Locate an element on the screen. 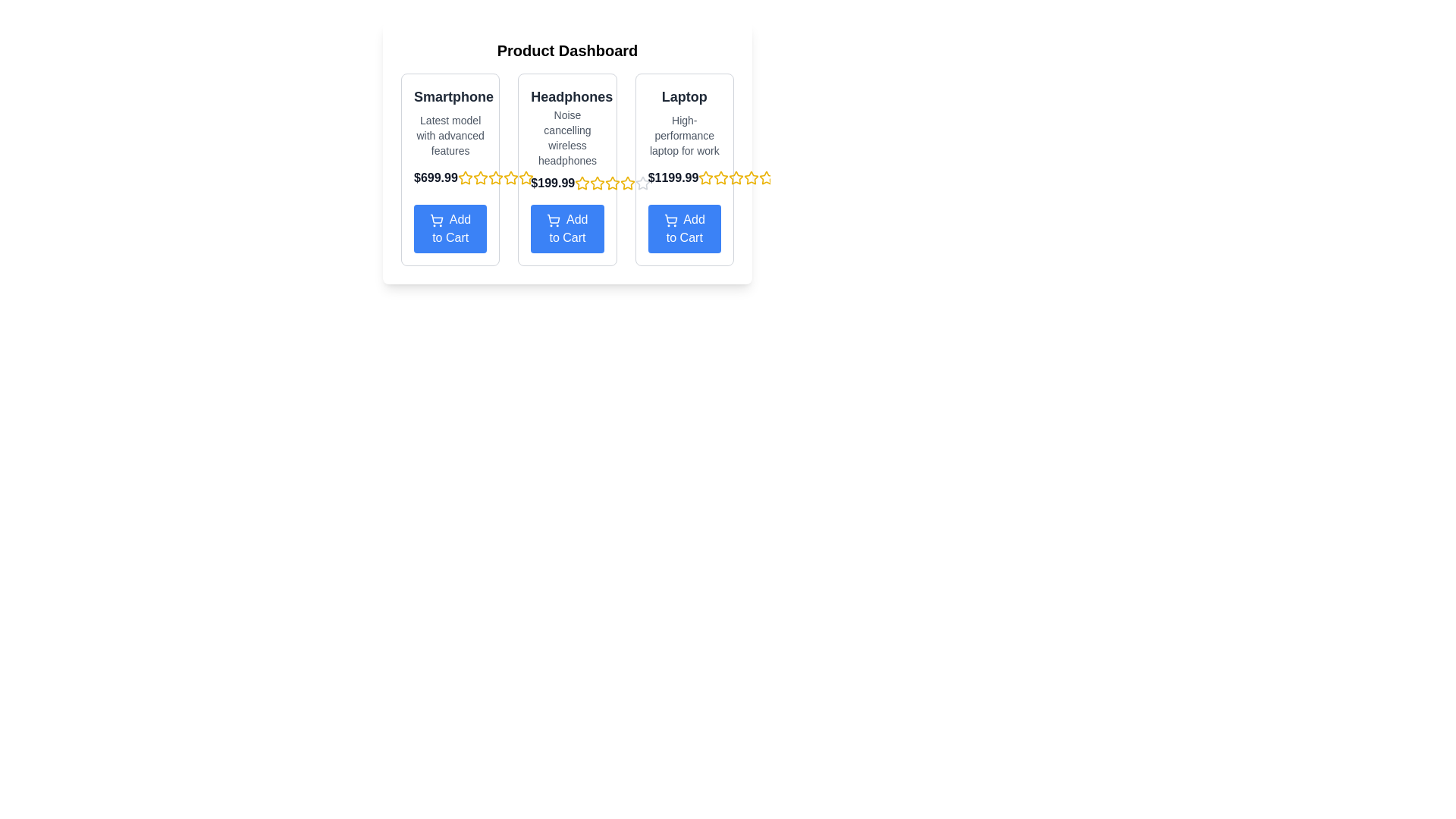  the star icon at the far right end of the rating system beneath the 'Laptop' description in the product catalog display is located at coordinates (767, 177).